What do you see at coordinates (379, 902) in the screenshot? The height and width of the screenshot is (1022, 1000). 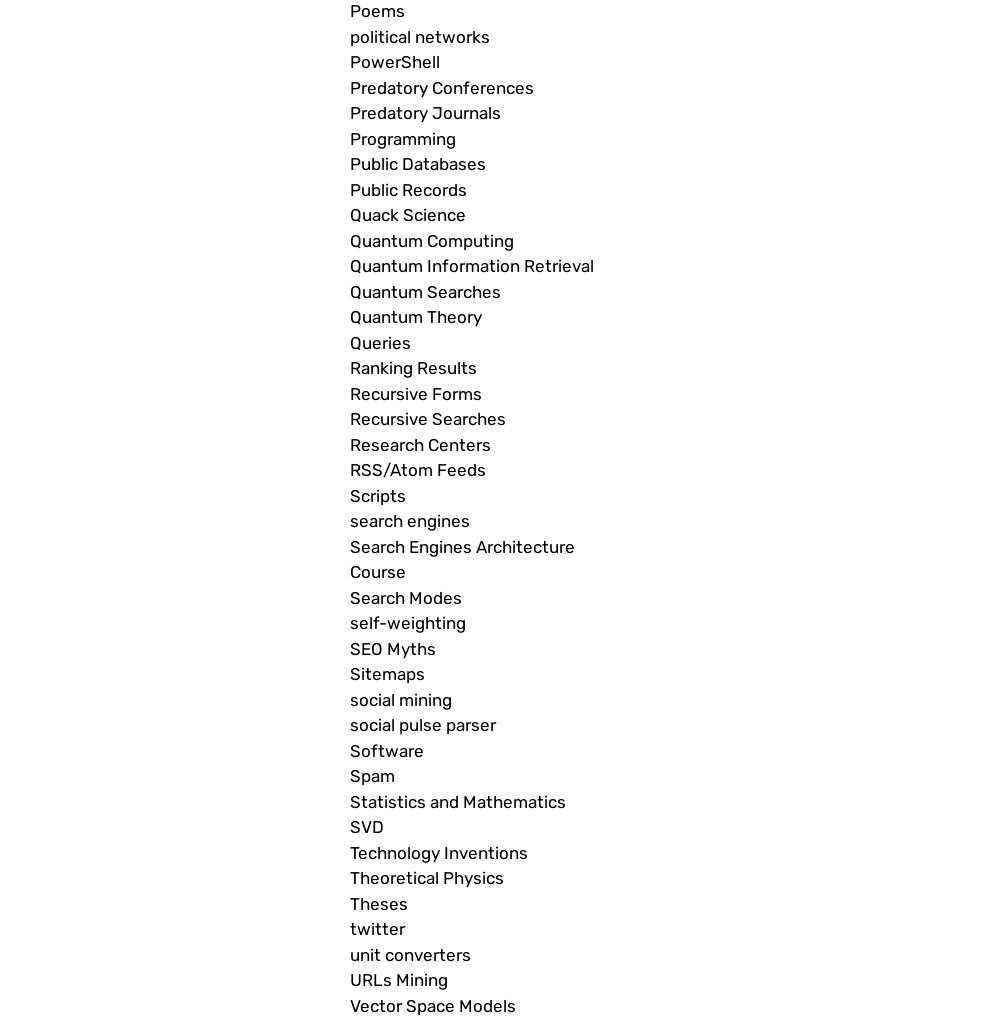 I see `'Theses'` at bounding box center [379, 902].